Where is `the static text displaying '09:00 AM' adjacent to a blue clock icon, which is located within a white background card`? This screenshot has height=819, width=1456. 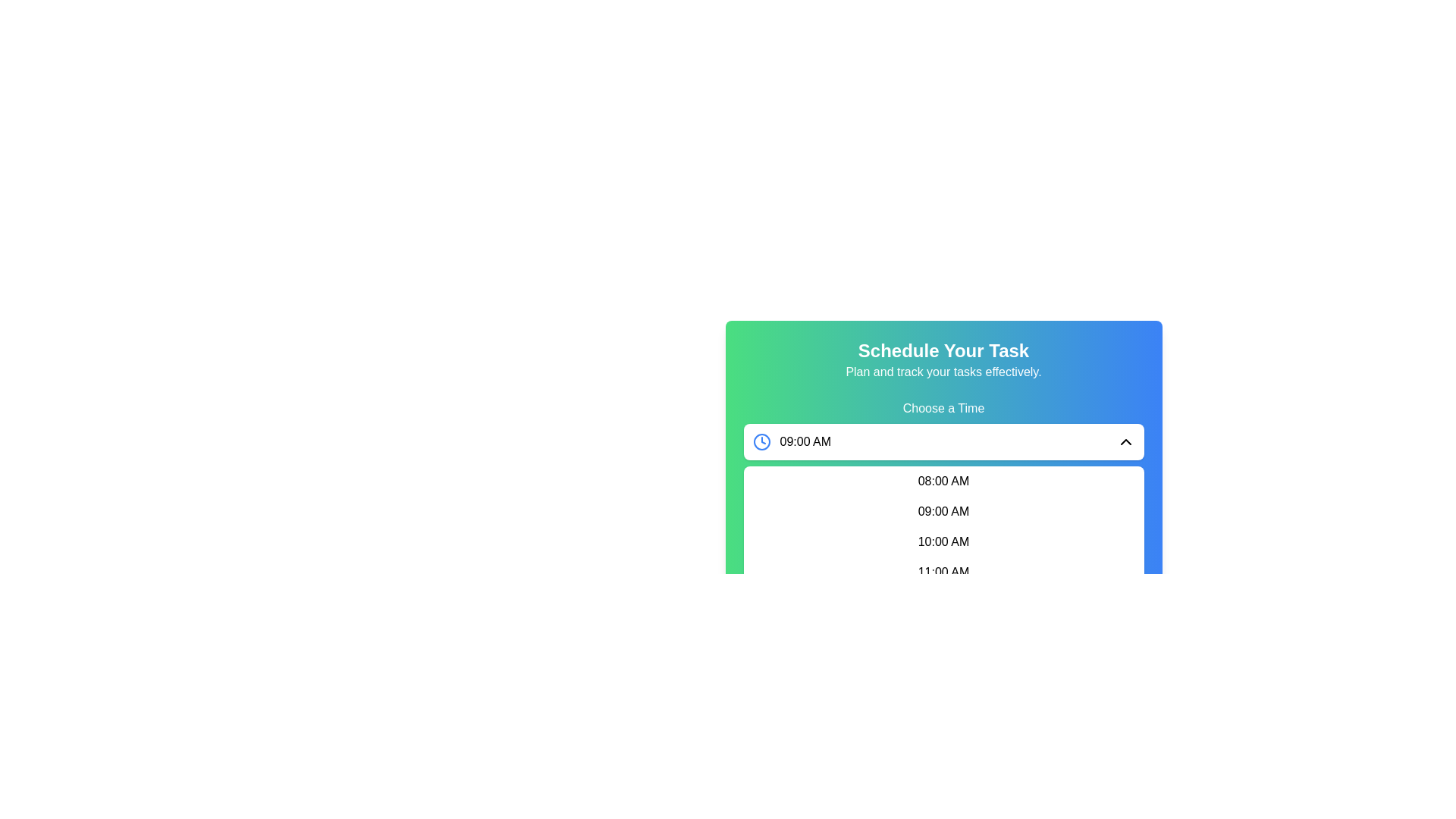
the static text displaying '09:00 AM' adjacent to a blue clock icon, which is located within a white background card is located at coordinates (791, 441).